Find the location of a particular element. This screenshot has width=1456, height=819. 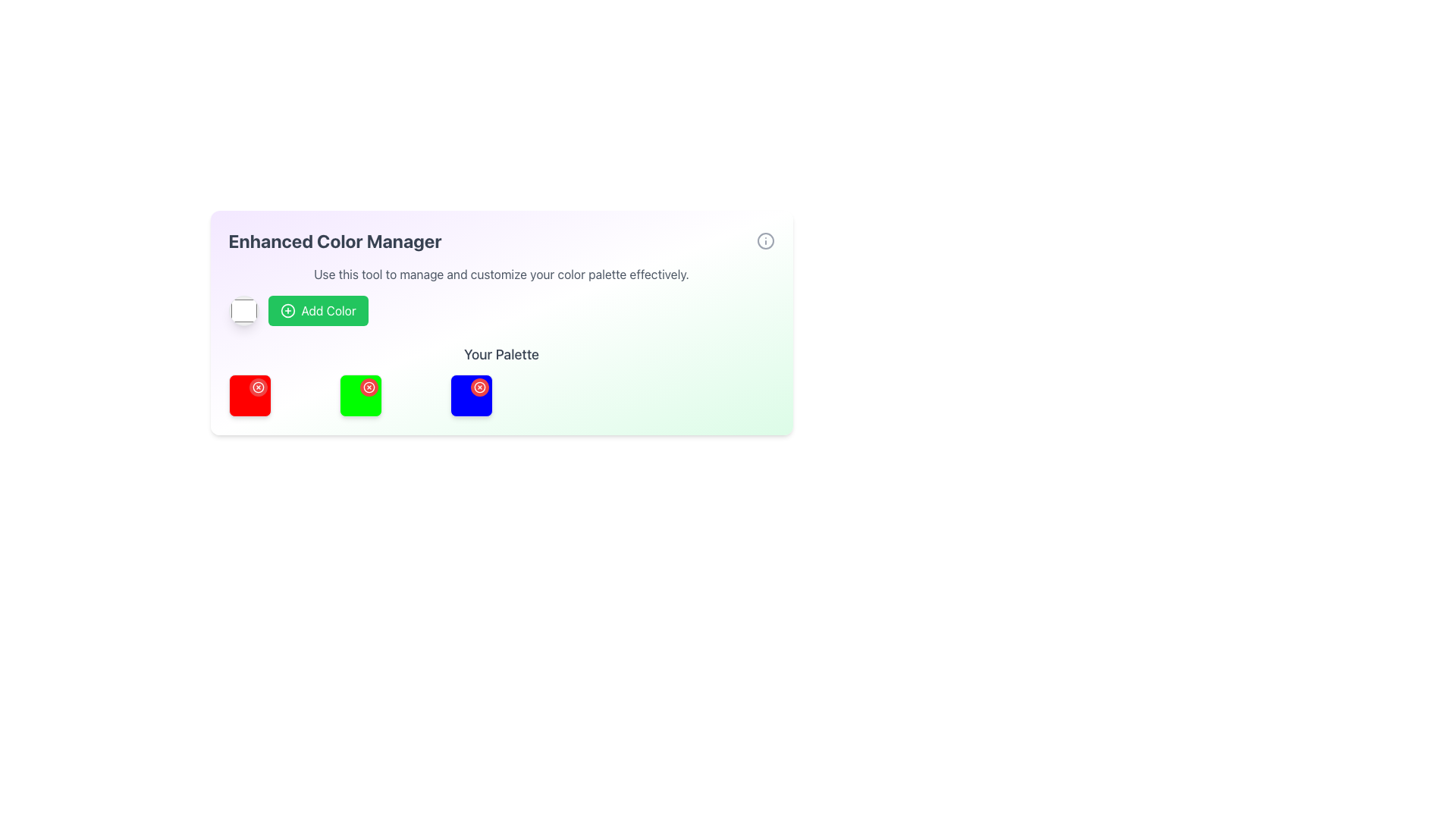

the delete button located at the top-right corner of the red square block is located at coordinates (258, 386).